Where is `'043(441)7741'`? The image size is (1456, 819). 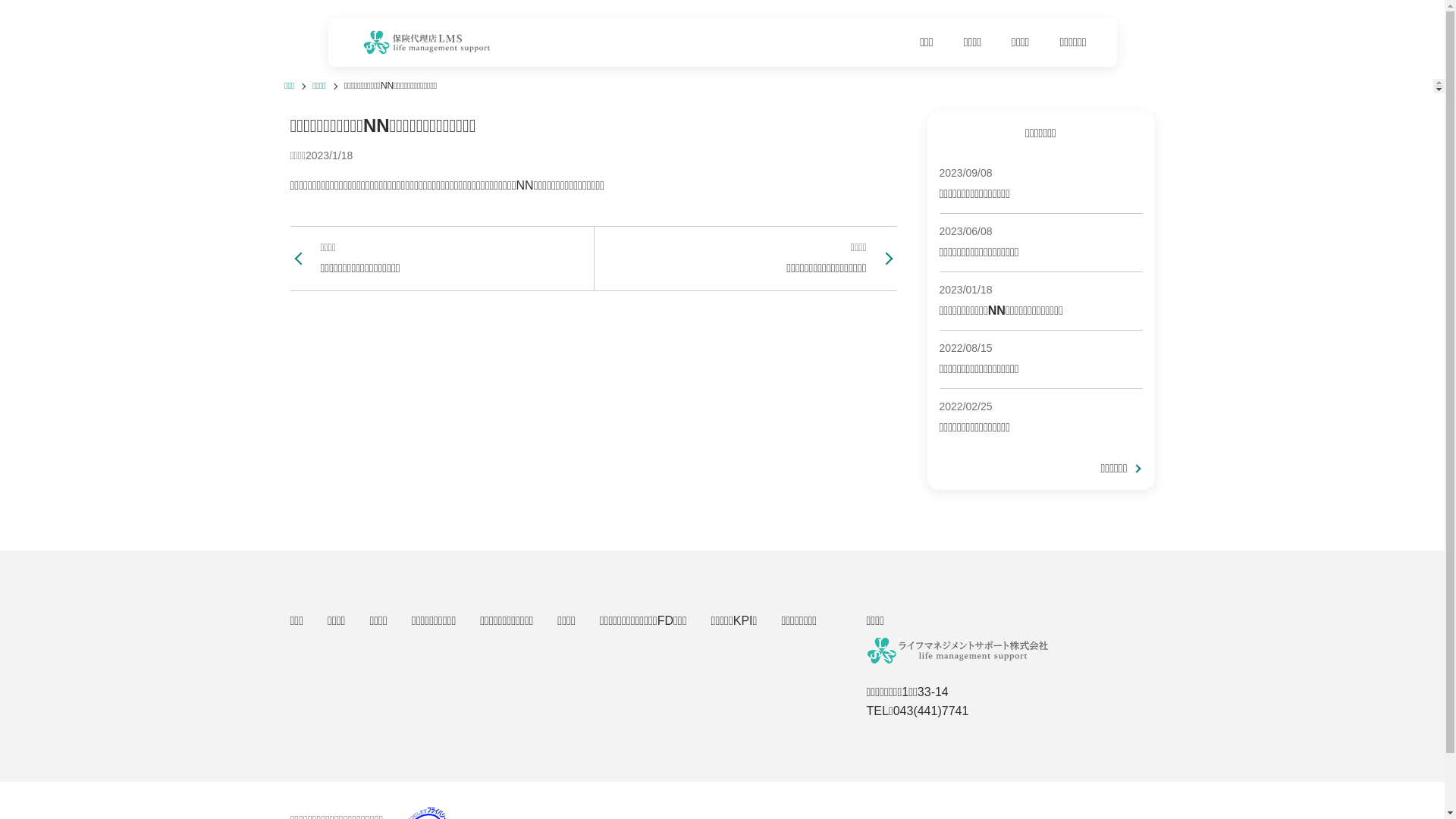 '043(441)7741' is located at coordinates (930, 711).